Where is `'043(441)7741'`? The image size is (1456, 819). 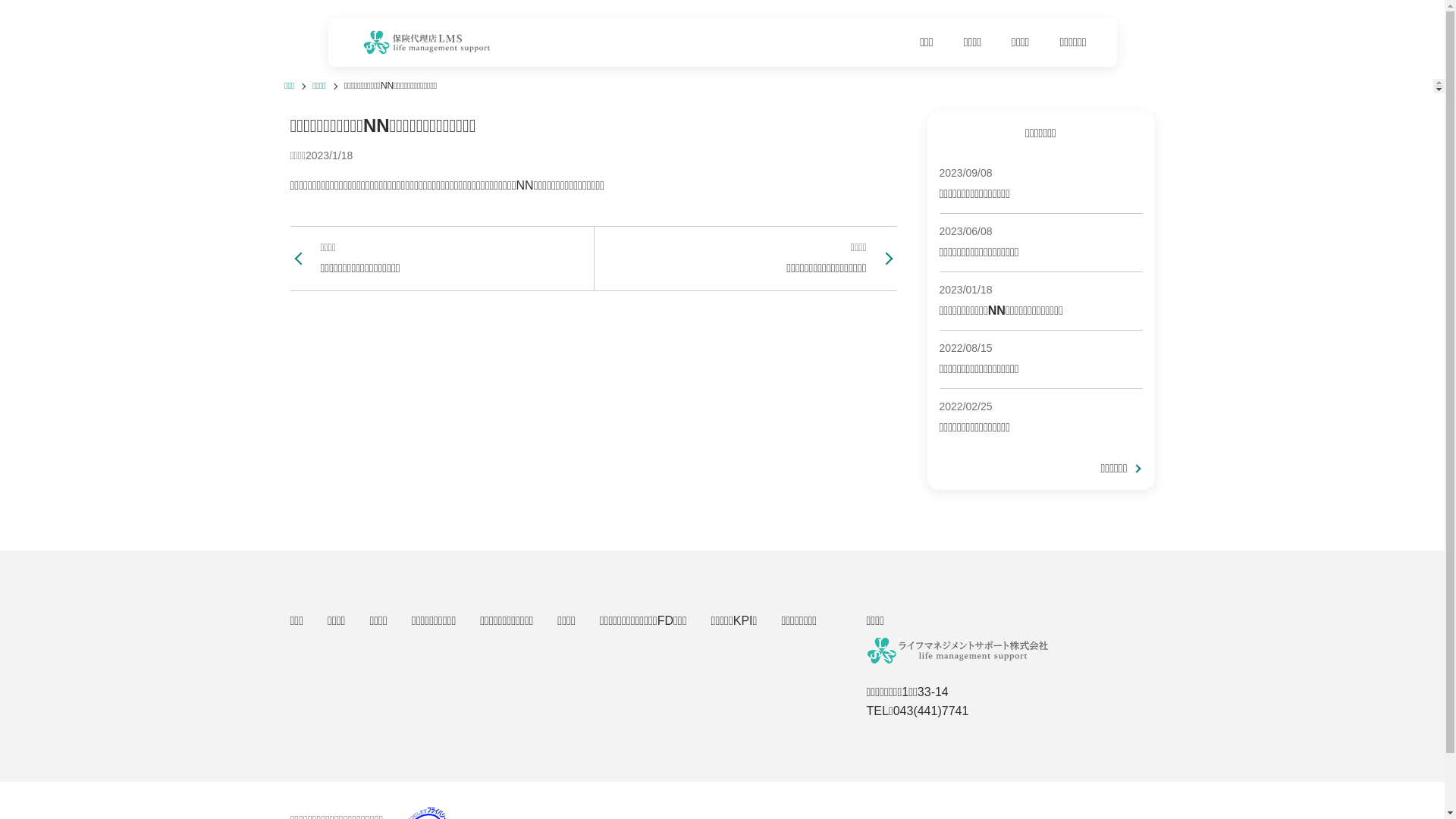 '043(441)7741' is located at coordinates (930, 711).